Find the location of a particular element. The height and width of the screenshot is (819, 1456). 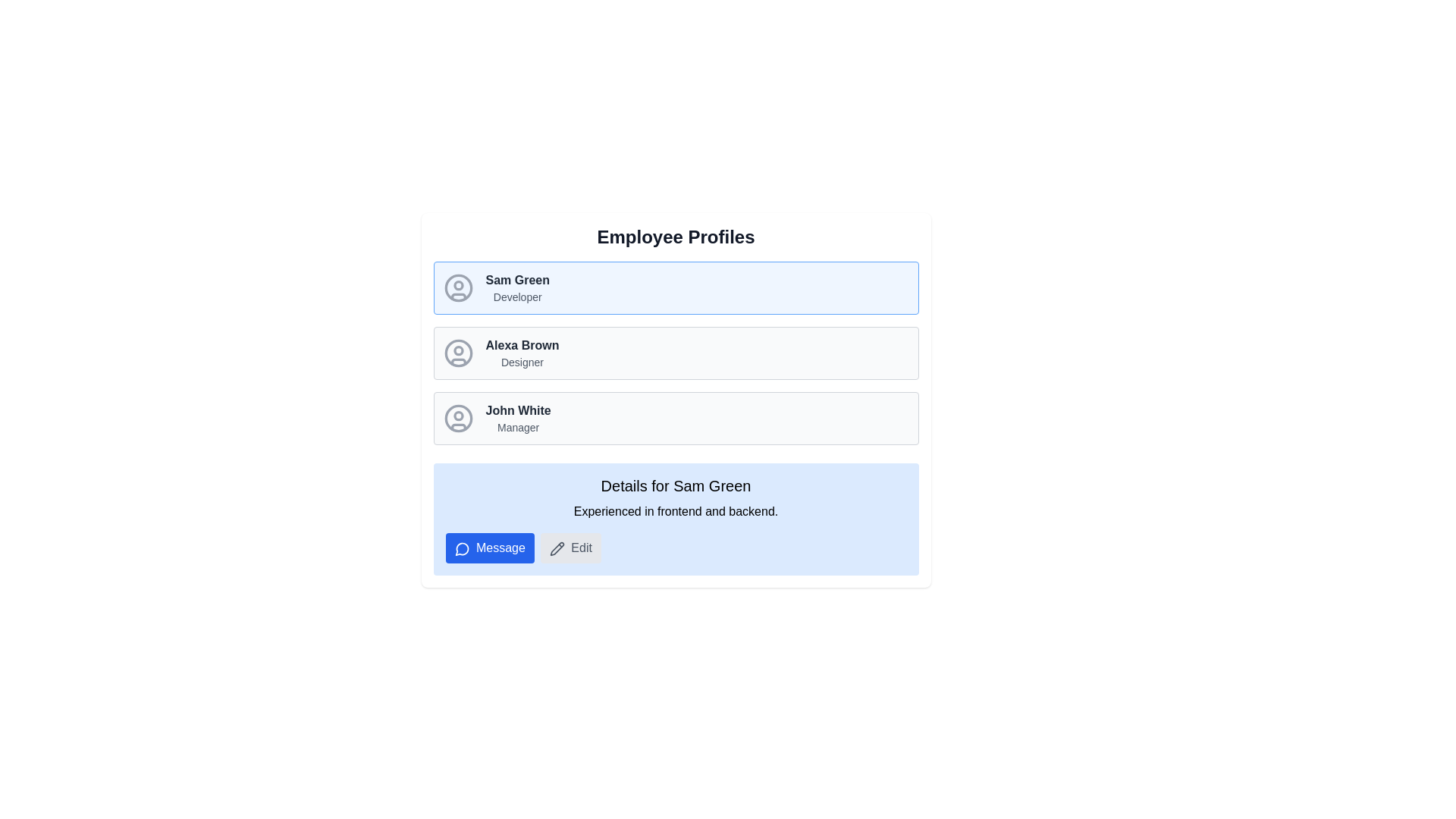

the circular outline of the user icon for 'Alexa Brown Designer' in the profile section is located at coordinates (457, 353).